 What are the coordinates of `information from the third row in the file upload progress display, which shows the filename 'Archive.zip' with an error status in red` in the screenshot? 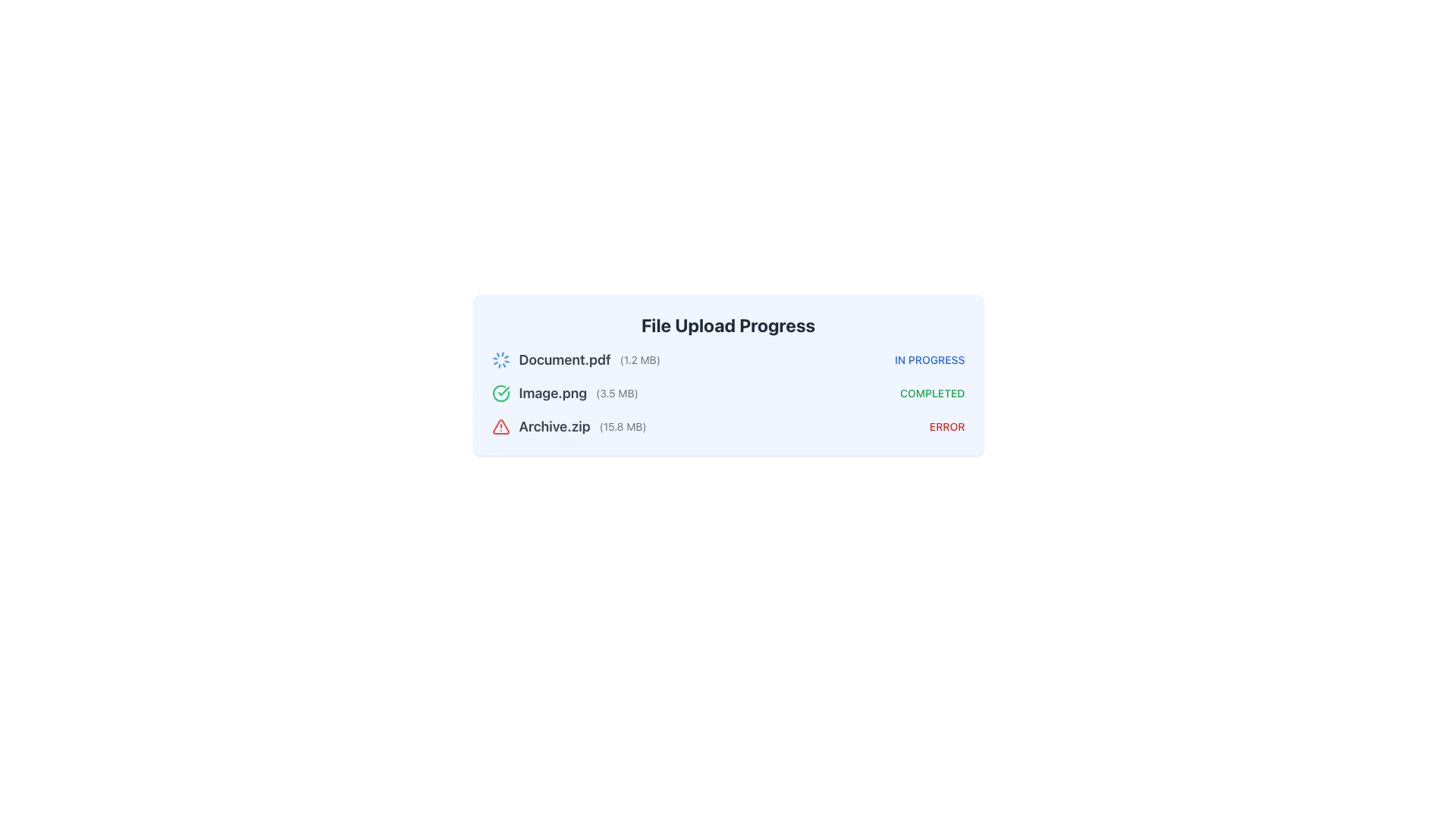 It's located at (728, 427).